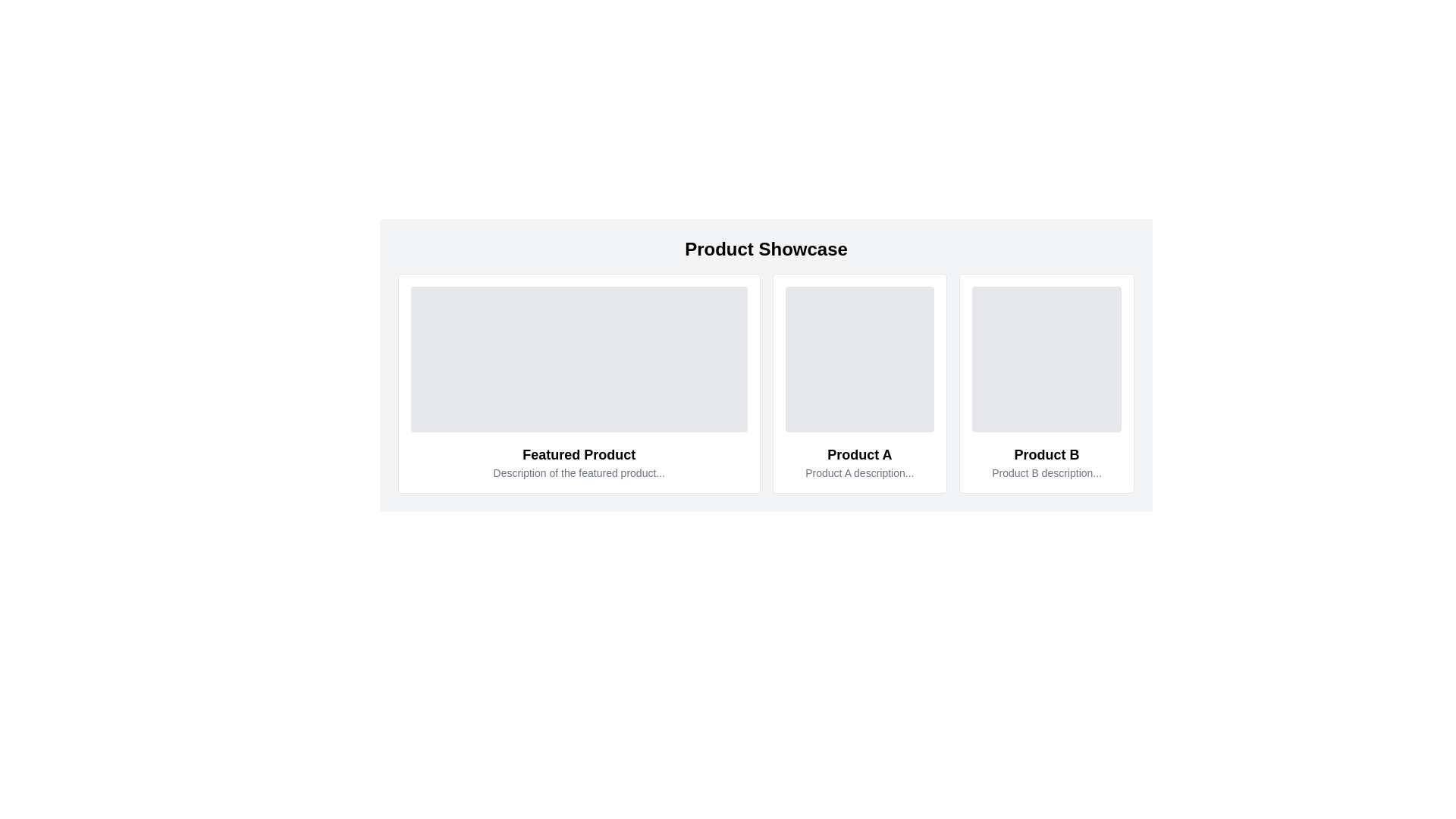  I want to click on the Text label that acts as the title of the product in the leftmost card of the grid layout, located below the gray image placeholder and above the smaller descriptive text, so click(578, 454).